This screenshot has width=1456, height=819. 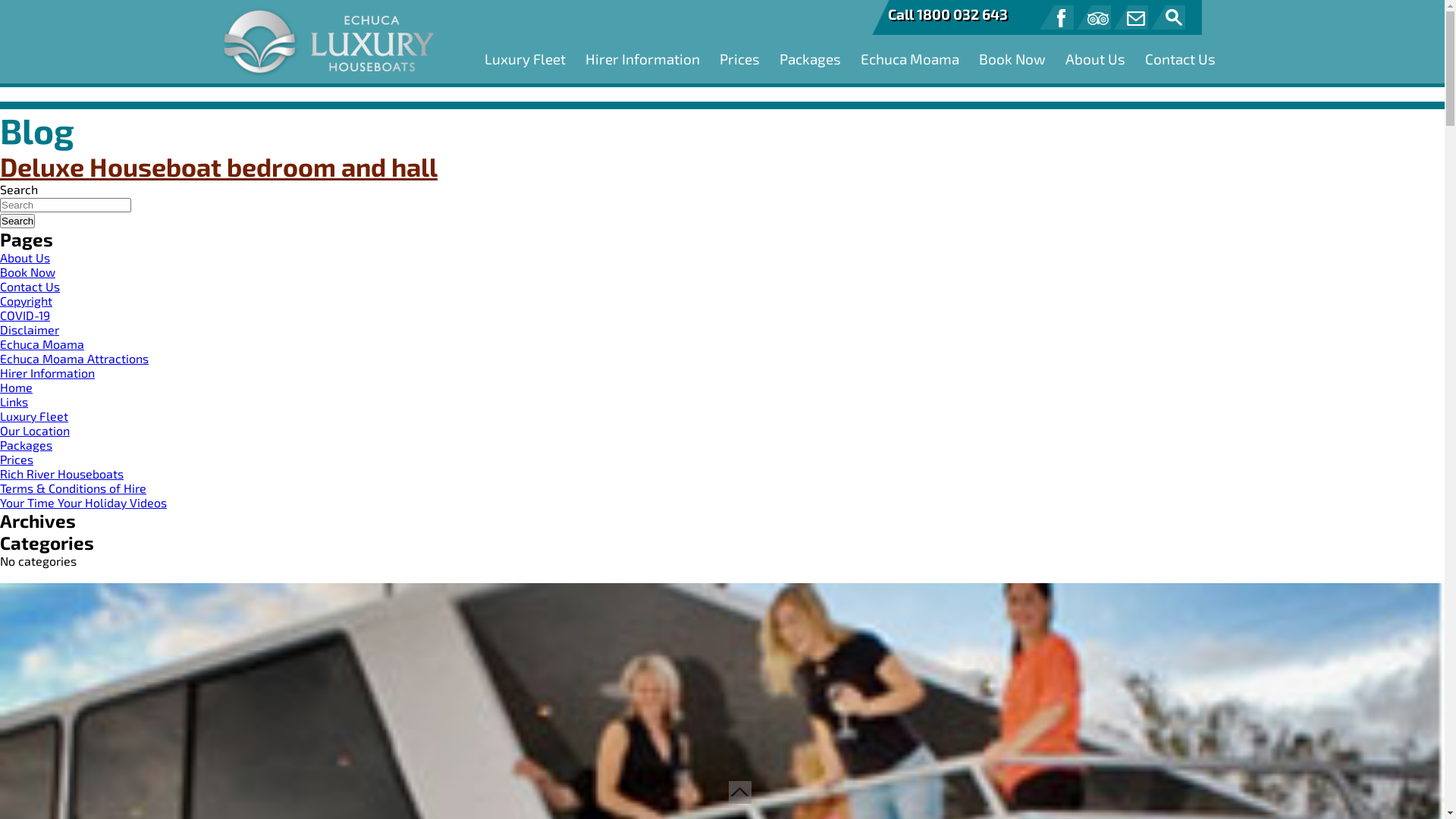 What do you see at coordinates (735, 58) in the screenshot?
I see `'Prices'` at bounding box center [735, 58].